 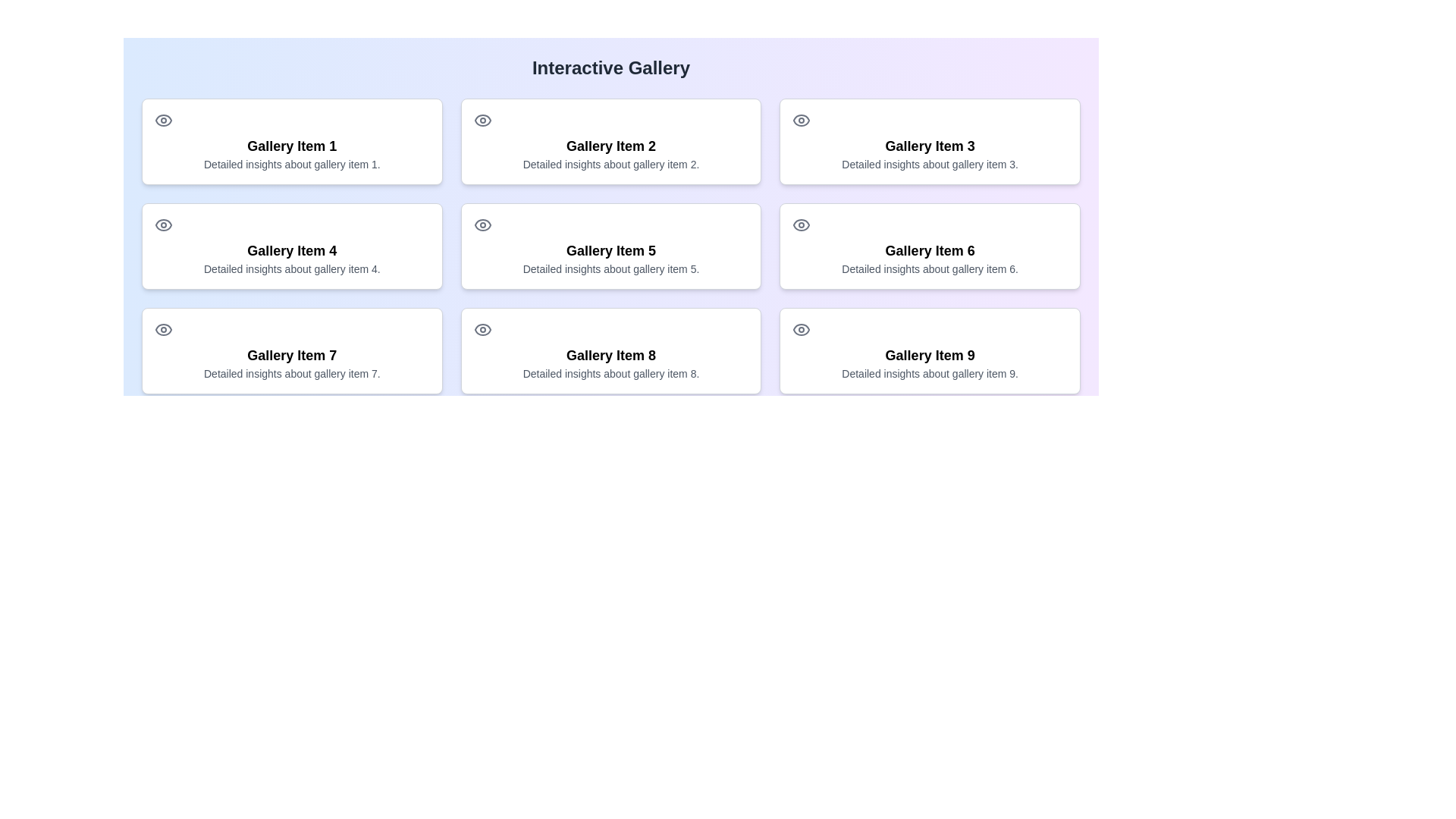 I want to click on the outer contour of the SVG eye icon located in the first gallery card labeled 'Gallery Item 1' in the 'Interactive Gallery' interface, so click(x=164, y=119).